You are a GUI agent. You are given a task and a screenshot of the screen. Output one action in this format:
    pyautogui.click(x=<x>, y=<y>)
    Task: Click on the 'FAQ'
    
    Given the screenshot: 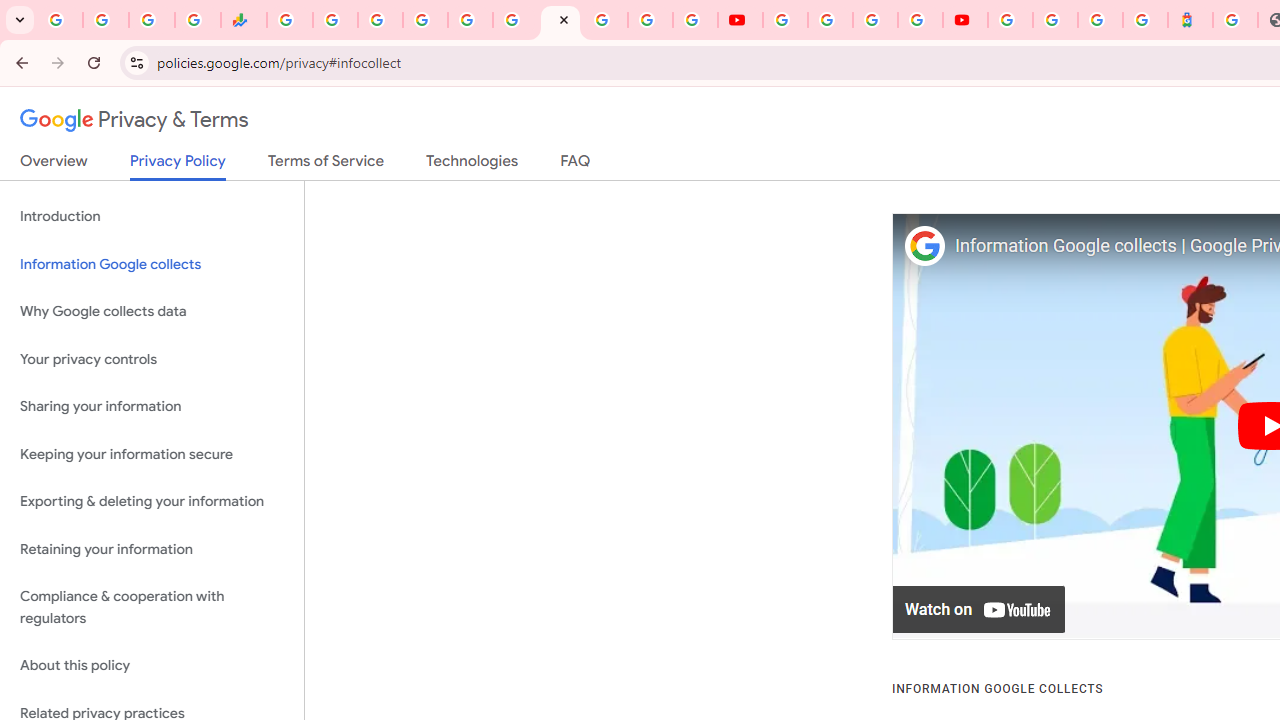 What is the action you would take?
    pyautogui.click(x=575, y=164)
    